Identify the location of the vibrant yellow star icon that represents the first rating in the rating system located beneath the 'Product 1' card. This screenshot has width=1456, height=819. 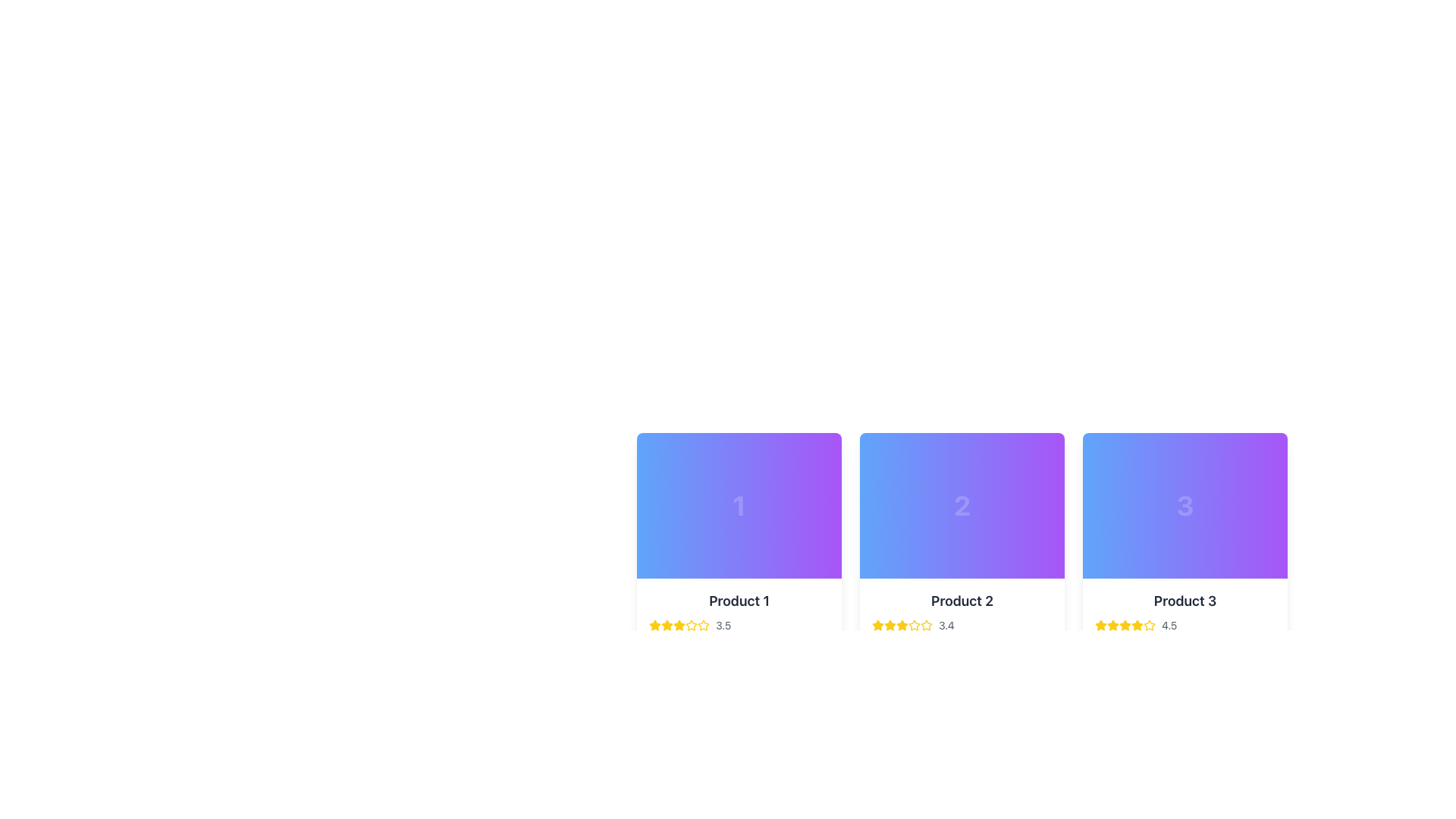
(667, 625).